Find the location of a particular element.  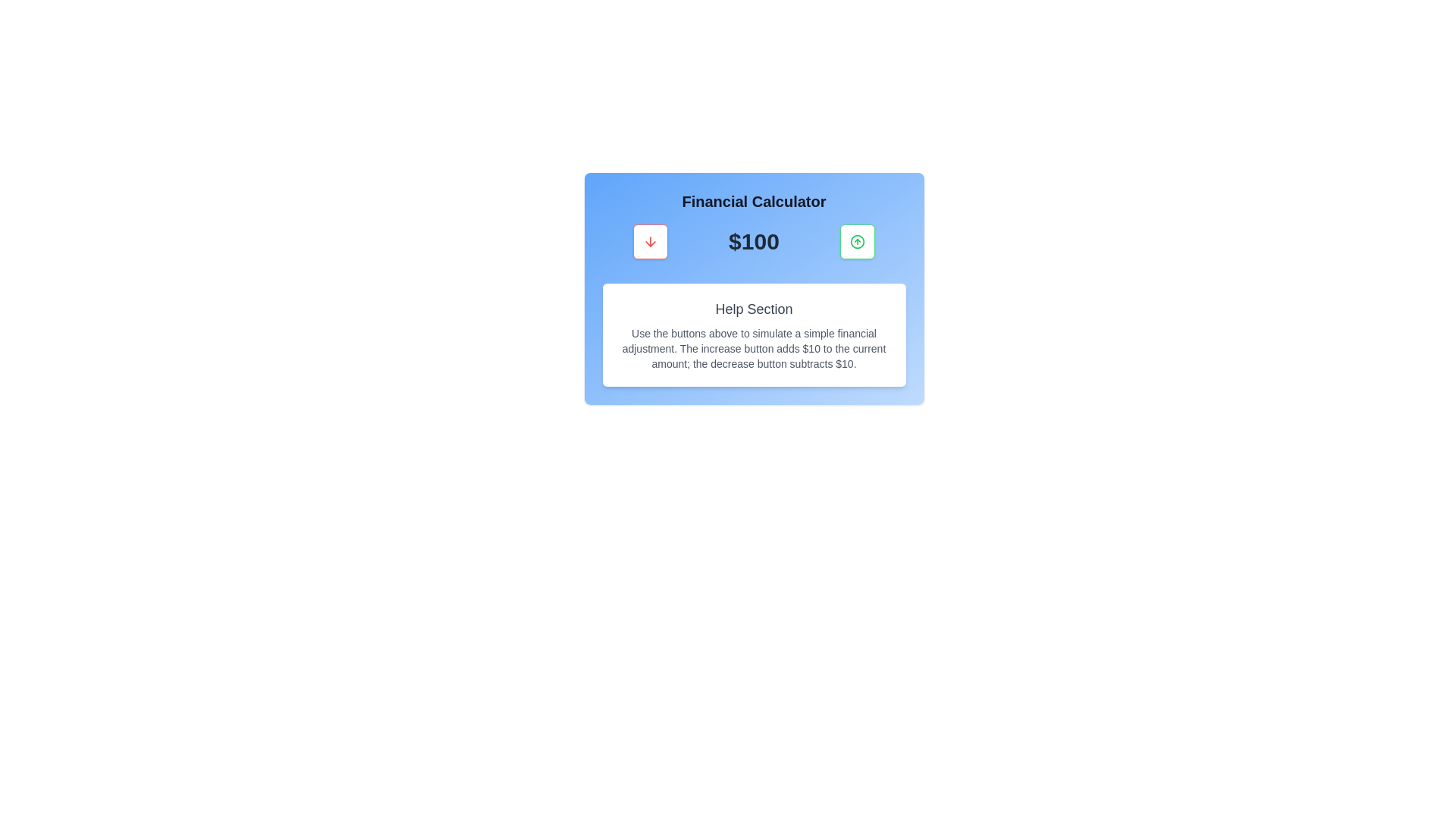

the decrease button located to the left of the displayed $100 value is located at coordinates (650, 241).